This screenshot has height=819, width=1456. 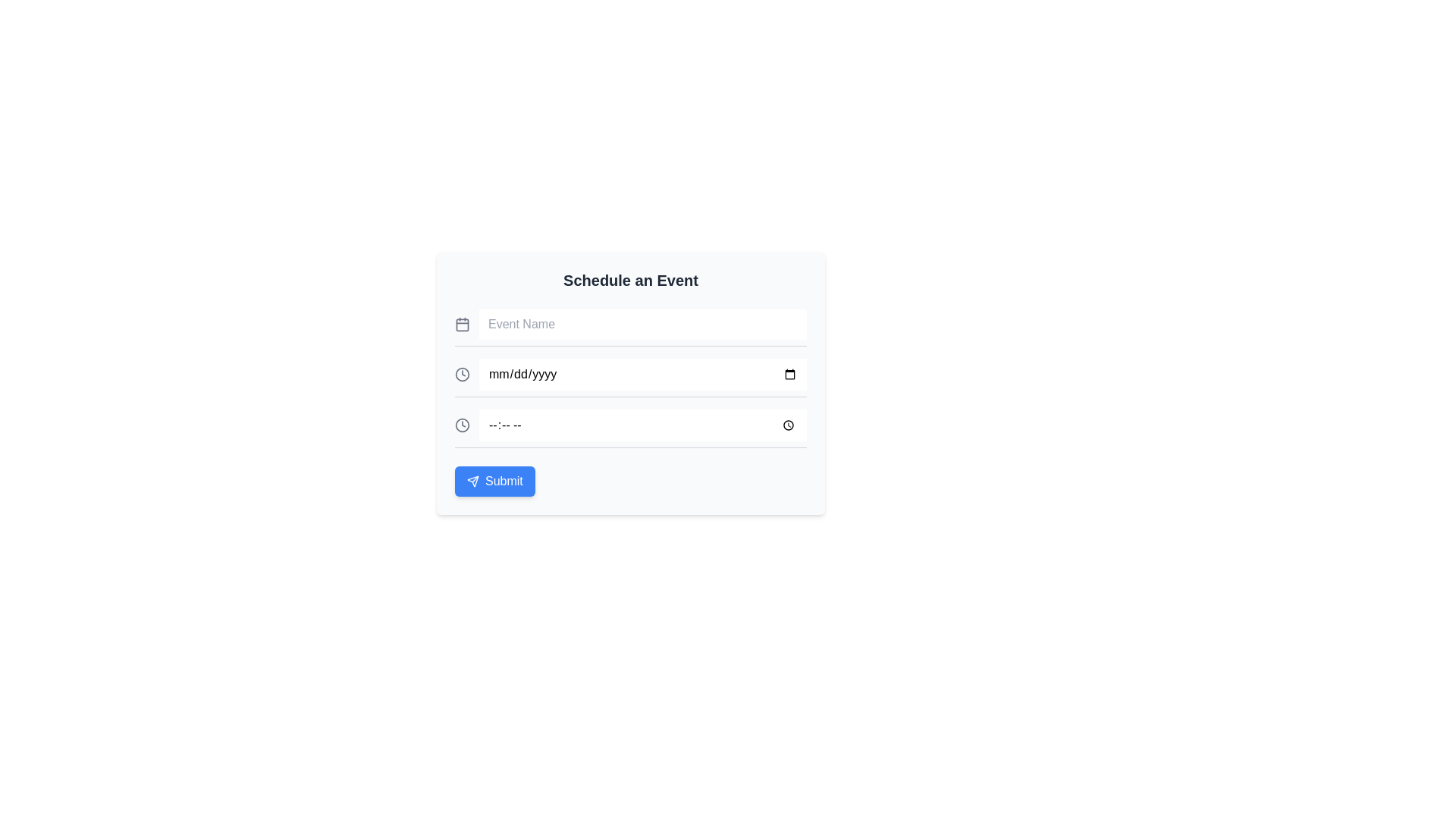 I want to click on the graphical component within the calendar icon that is adjacent to the 'Event Name' input field, so click(x=461, y=324).